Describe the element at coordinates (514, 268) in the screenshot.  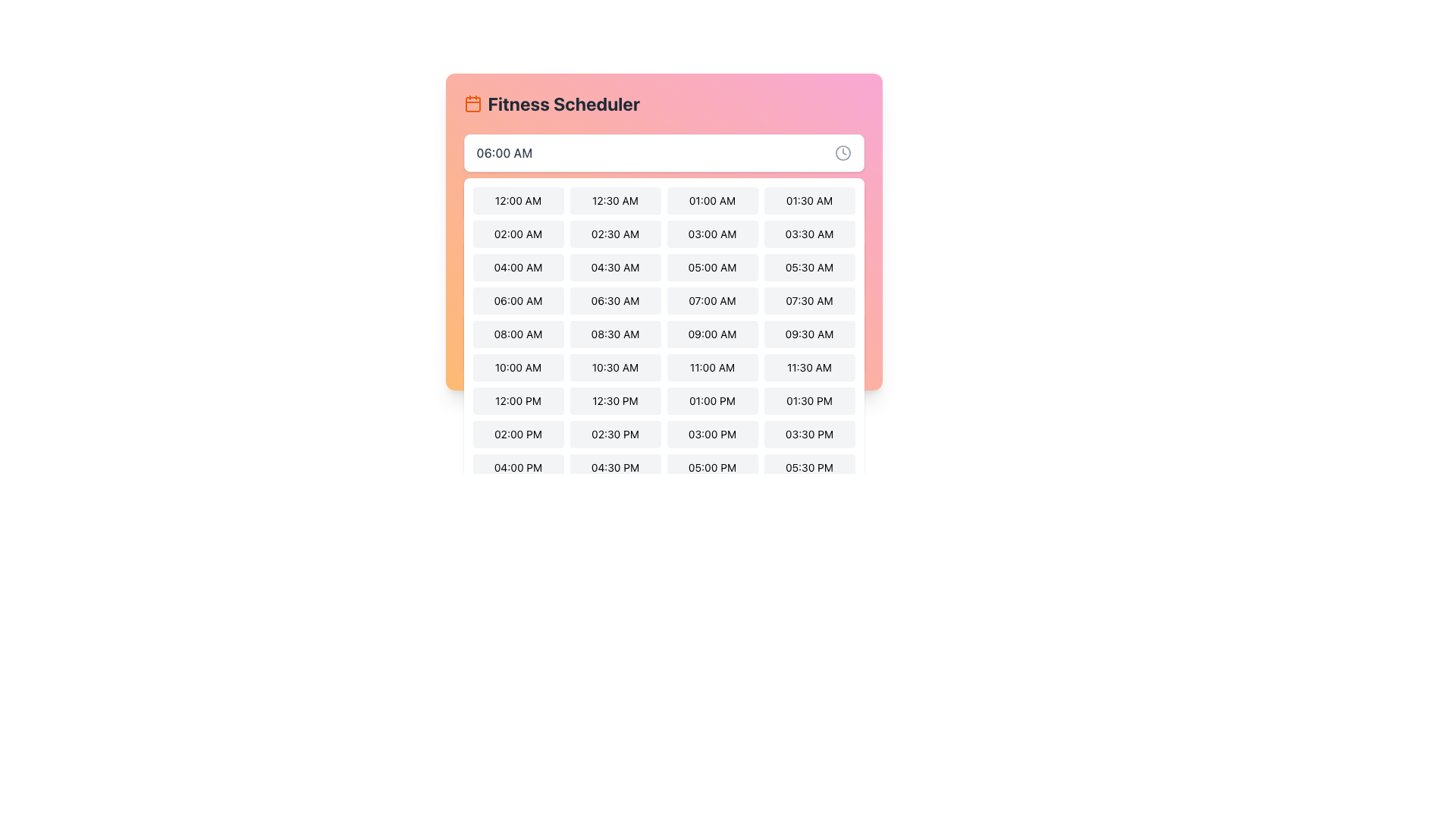
I see `the schedule entry` at that location.